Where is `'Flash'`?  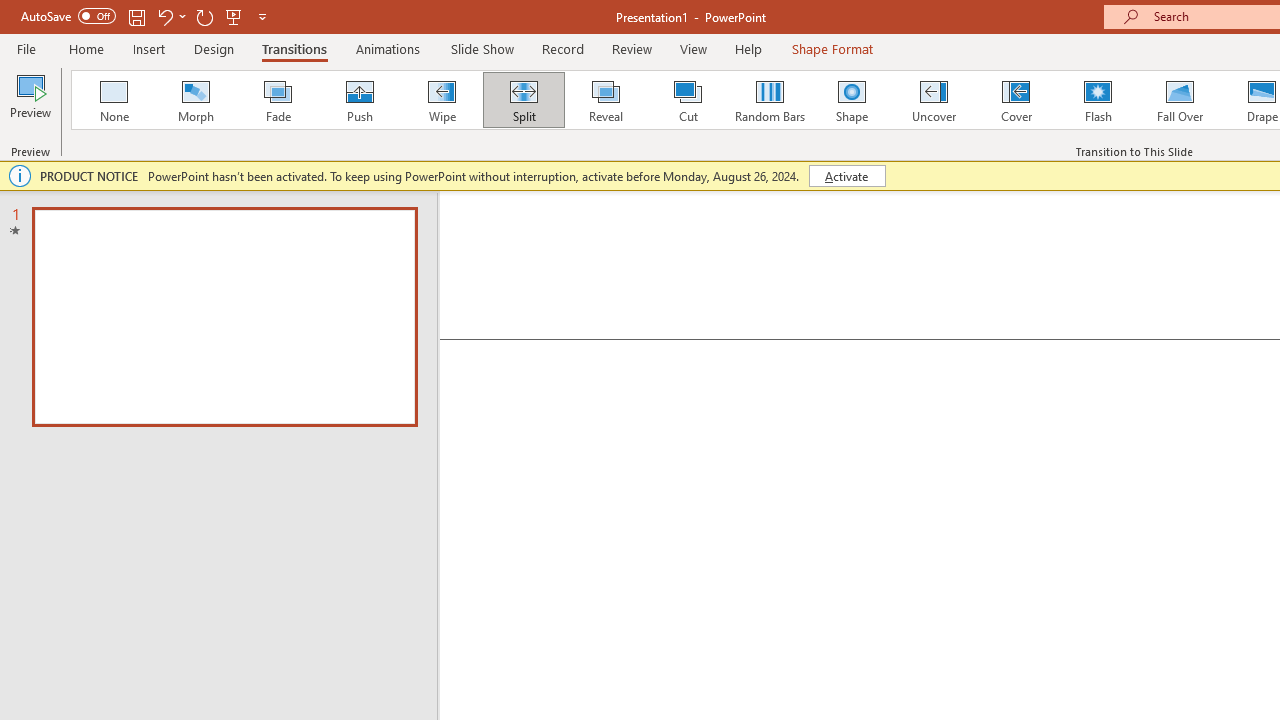
'Flash' is located at coordinates (1097, 100).